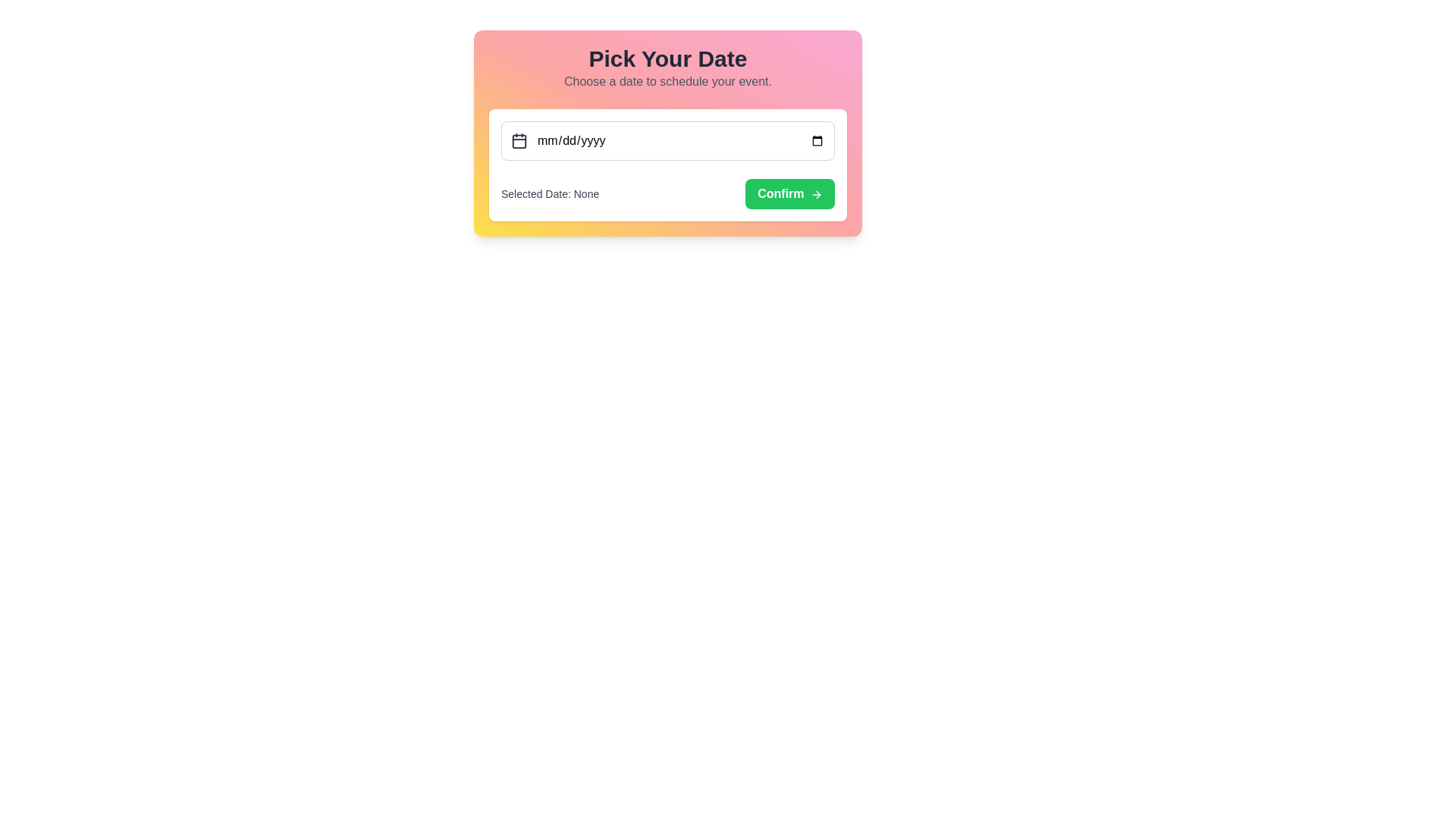  I want to click on the main body of the calendar icon located to the left of the date input field labeled 'mm/dd/yyyy', so click(519, 141).